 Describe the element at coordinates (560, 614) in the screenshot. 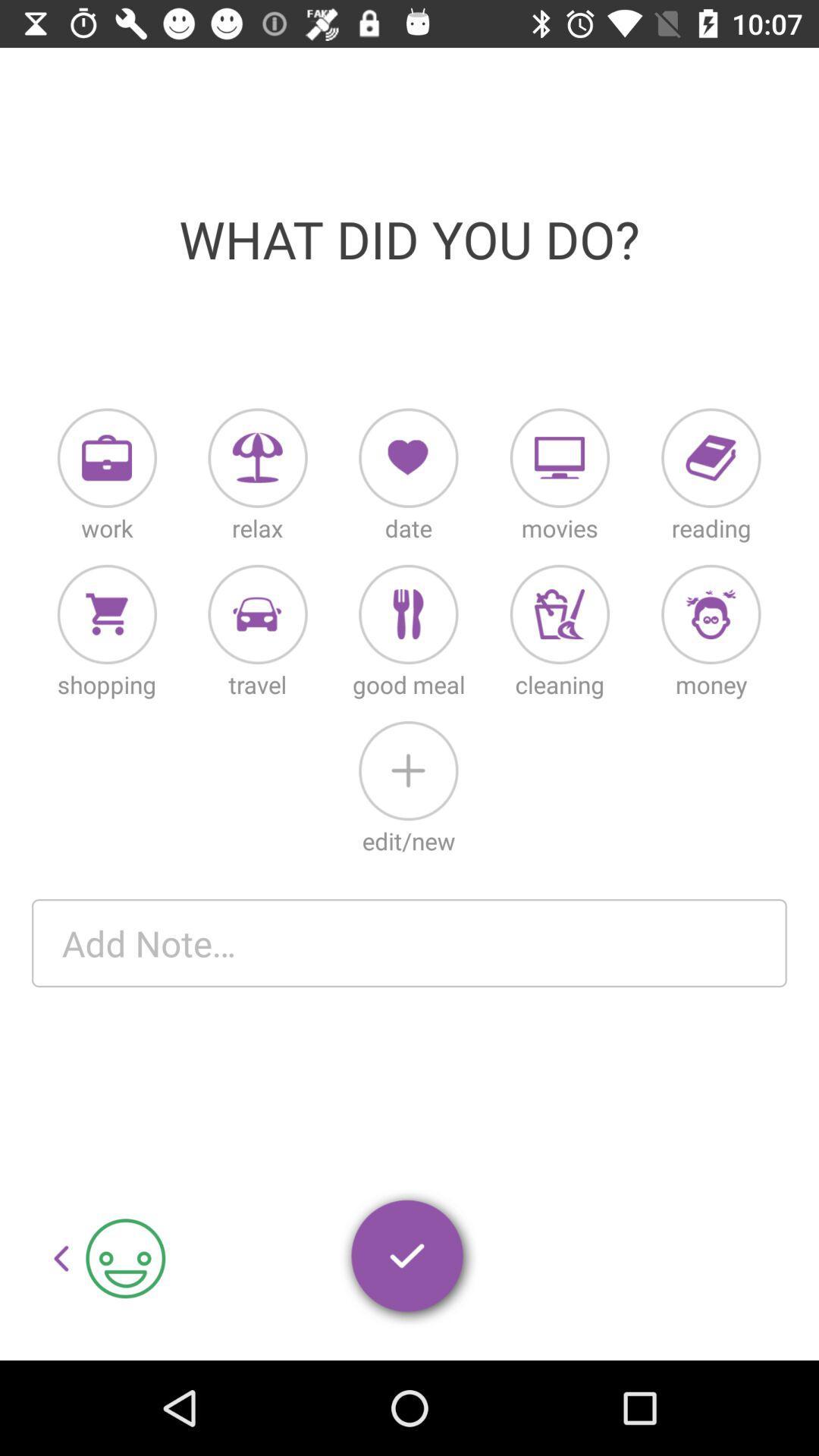

I see `cleaning button` at that location.